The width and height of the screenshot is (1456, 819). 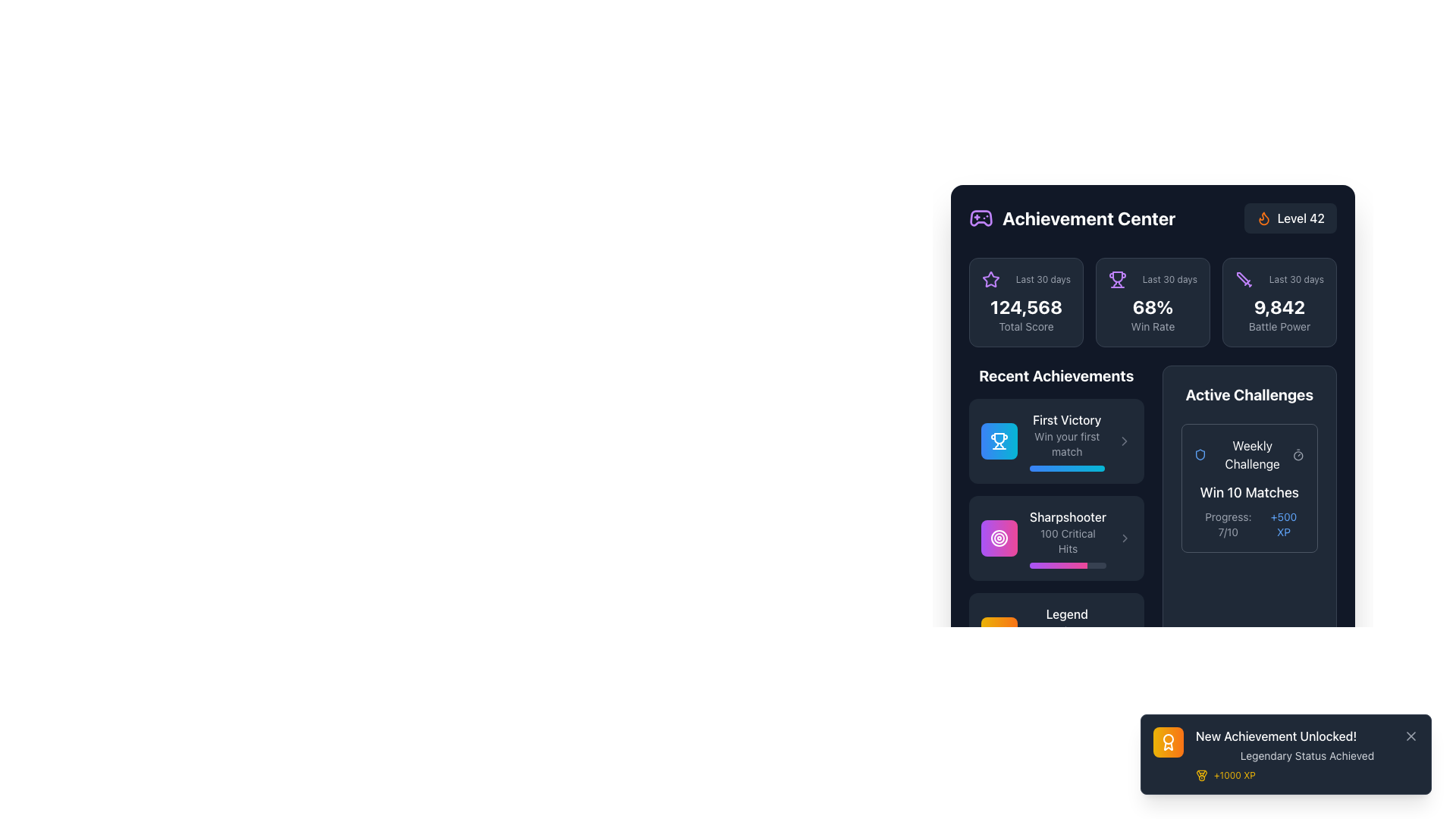 What do you see at coordinates (1067, 540) in the screenshot?
I see `the '100 Critical Hits' text display within the 'Sharpshooter' card in the 'Recent Achievements' panel` at bounding box center [1067, 540].